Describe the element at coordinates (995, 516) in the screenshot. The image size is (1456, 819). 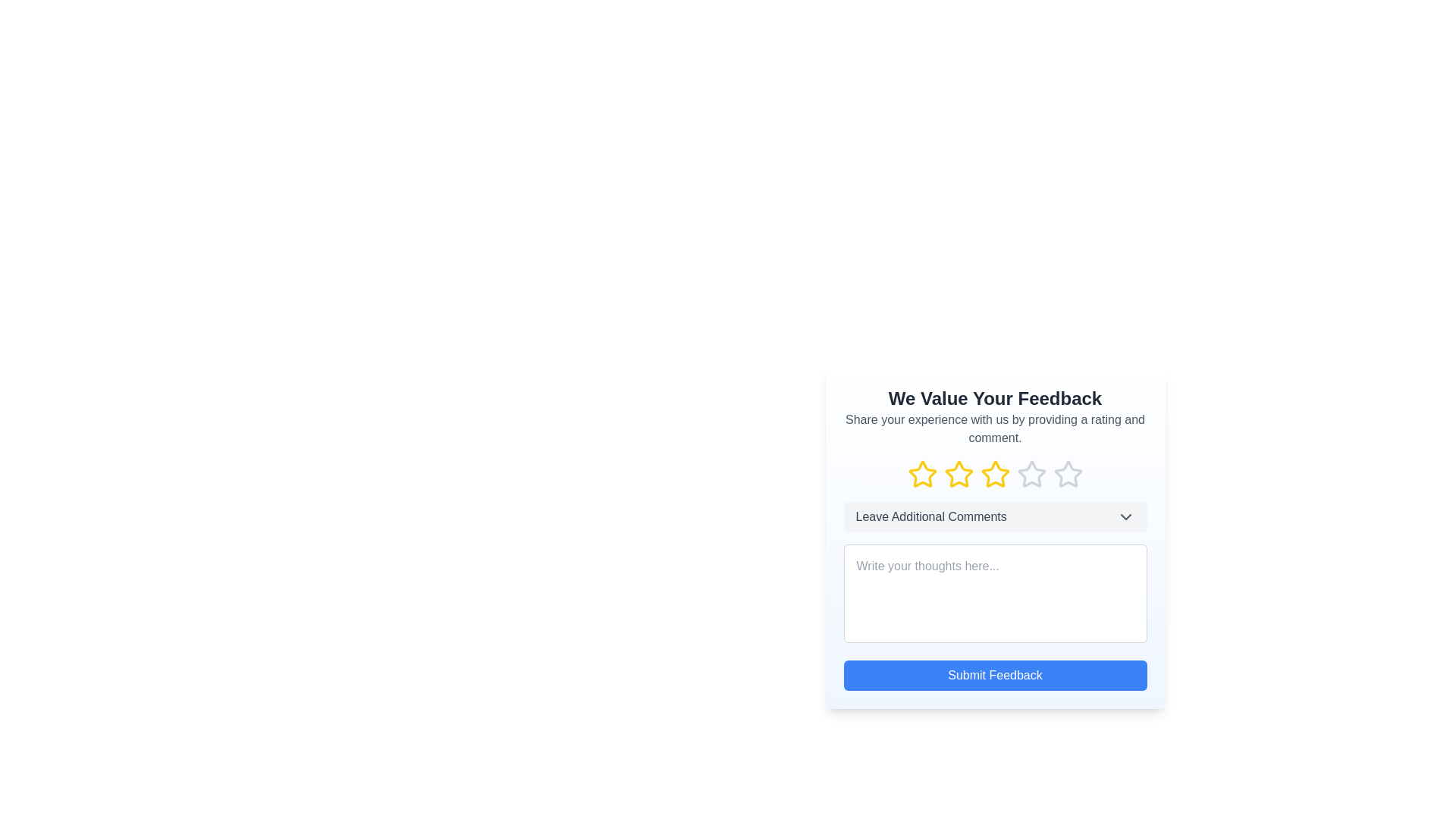
I see `the button labeled 'Leave Additional Comments'` at that location.